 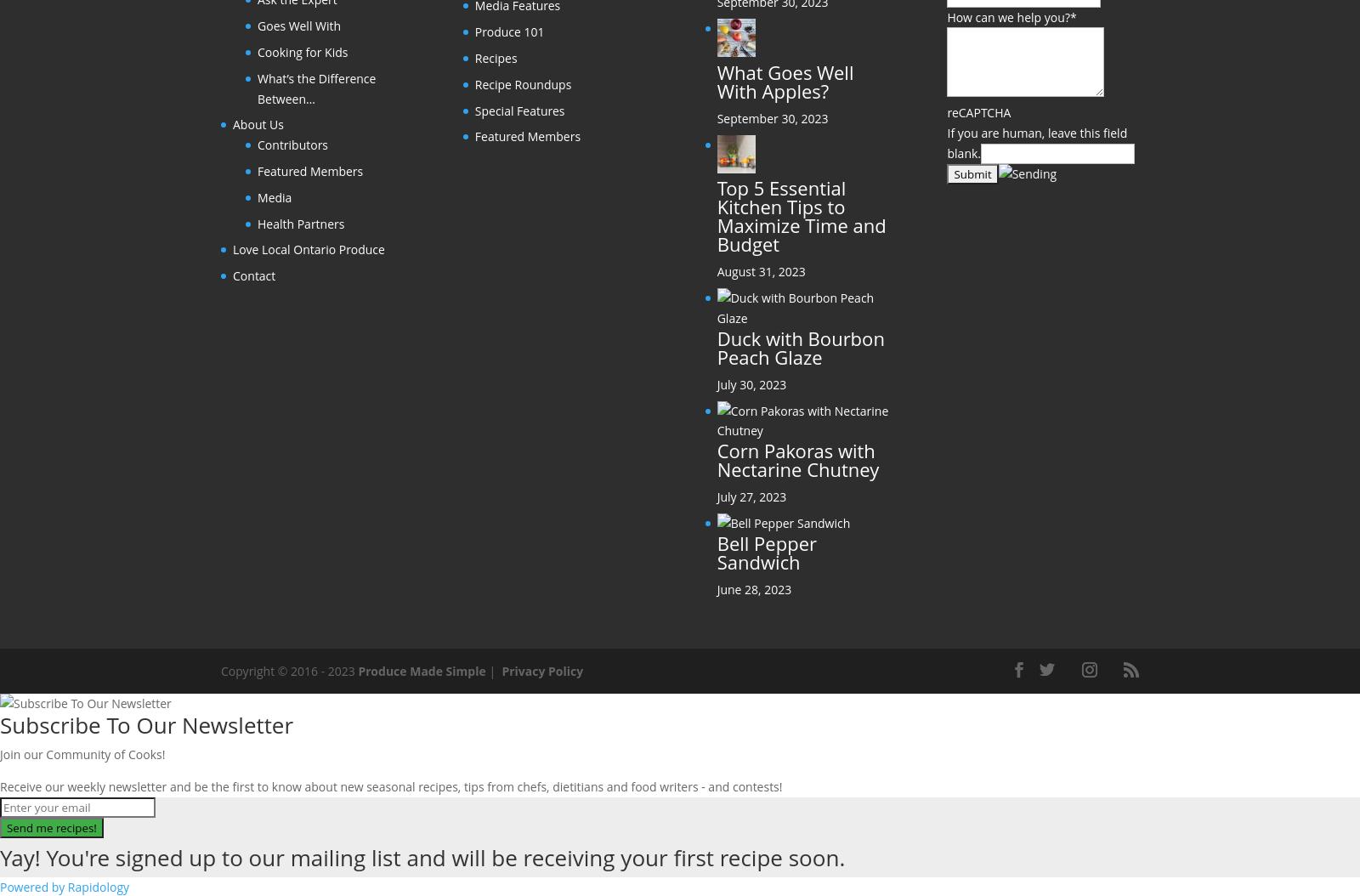 I want to click on 'What’s the Difference Between…', so click(x=316, y=87).